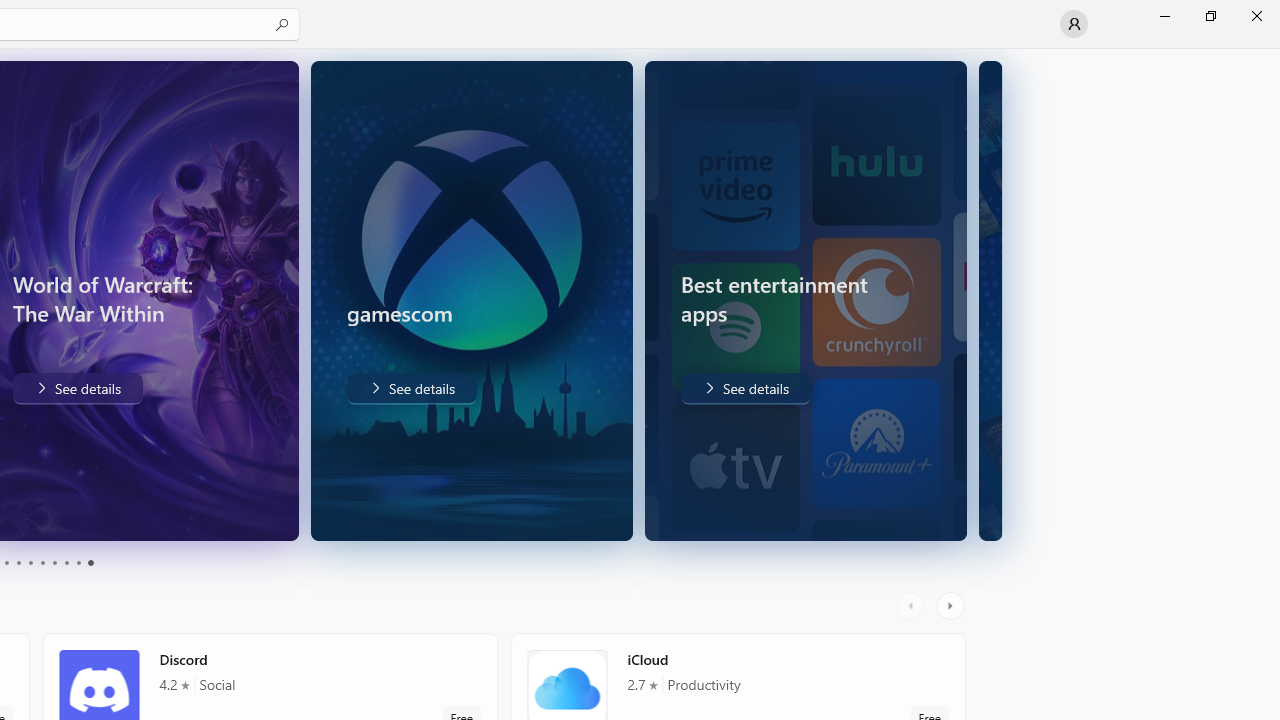  Describe the element at coordinates (1255, 15) in the screenshot. I see `'Close Microsoft Store'` at that location.